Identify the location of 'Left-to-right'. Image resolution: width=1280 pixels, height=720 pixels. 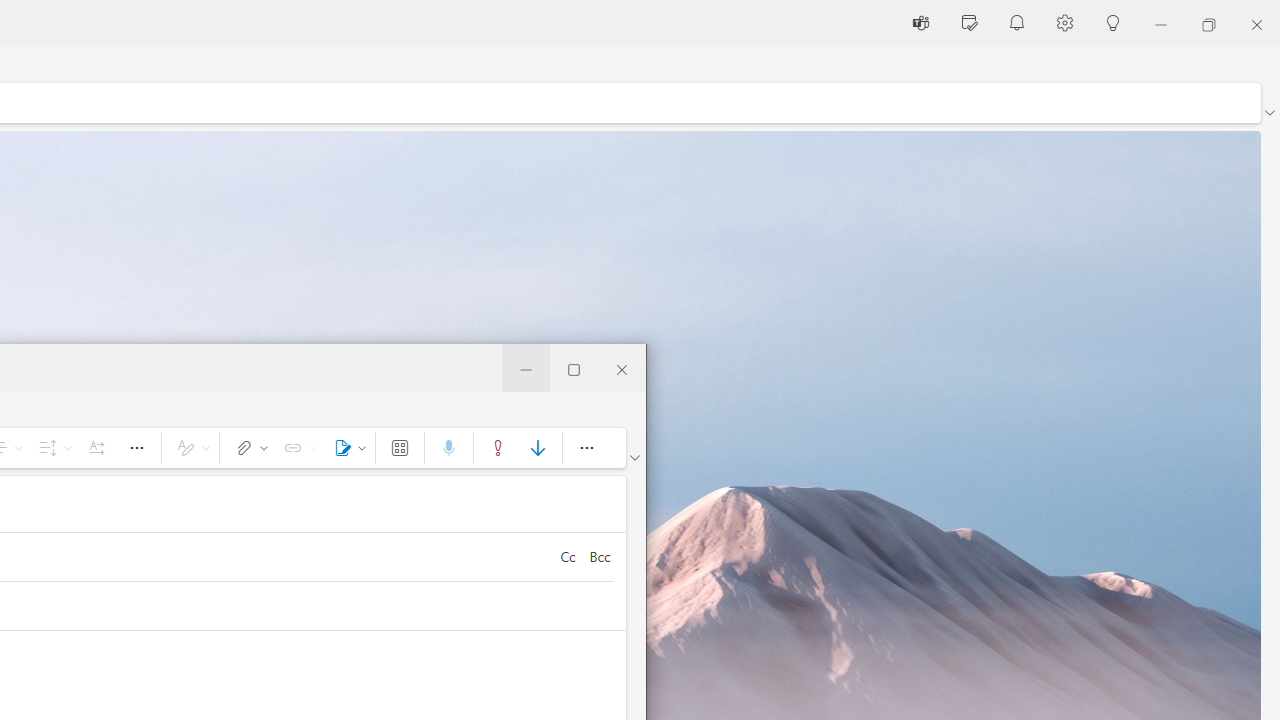
(95, 446).